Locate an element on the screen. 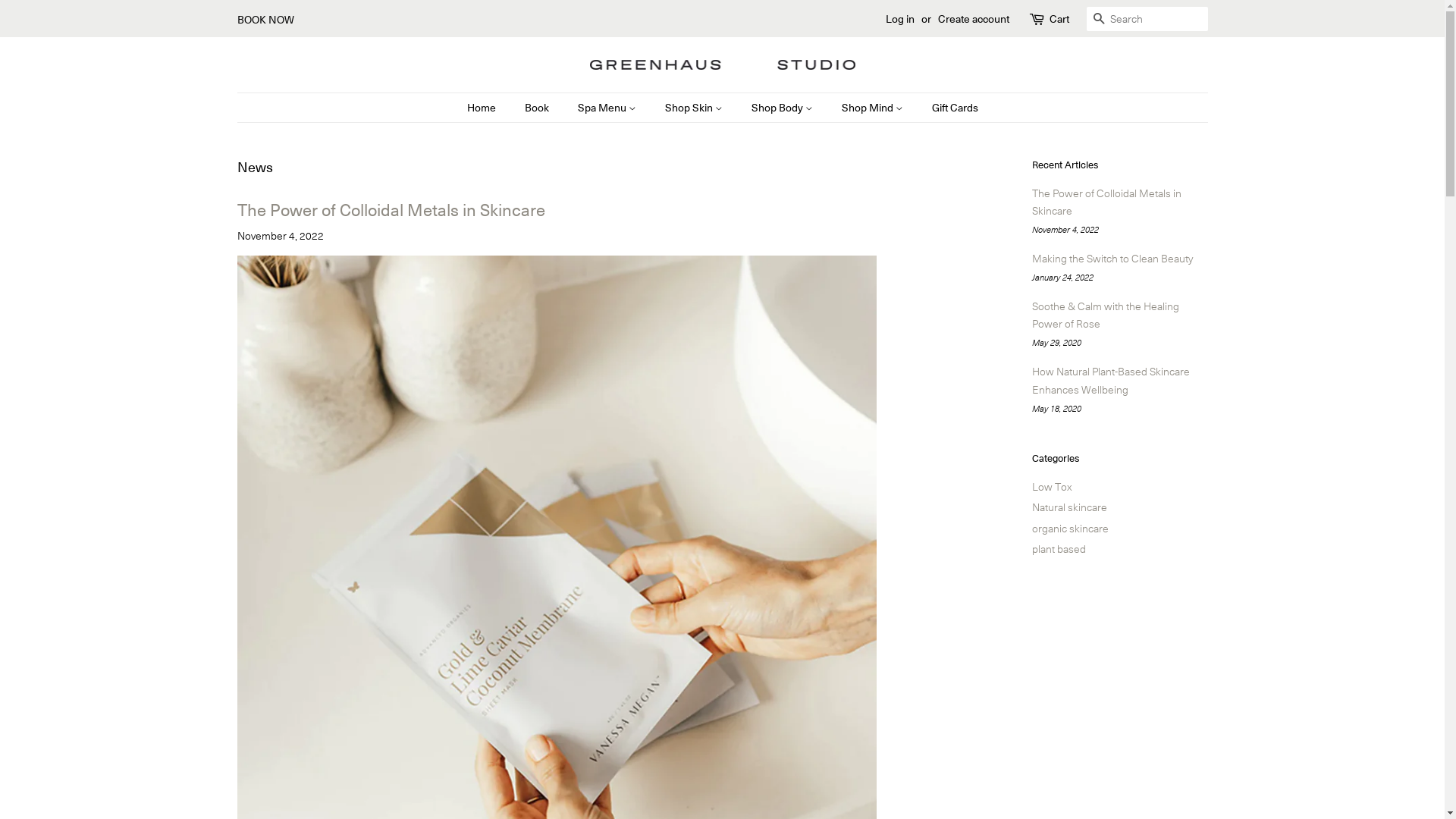  'Gift Cards' is located at coordinates (949, 107).